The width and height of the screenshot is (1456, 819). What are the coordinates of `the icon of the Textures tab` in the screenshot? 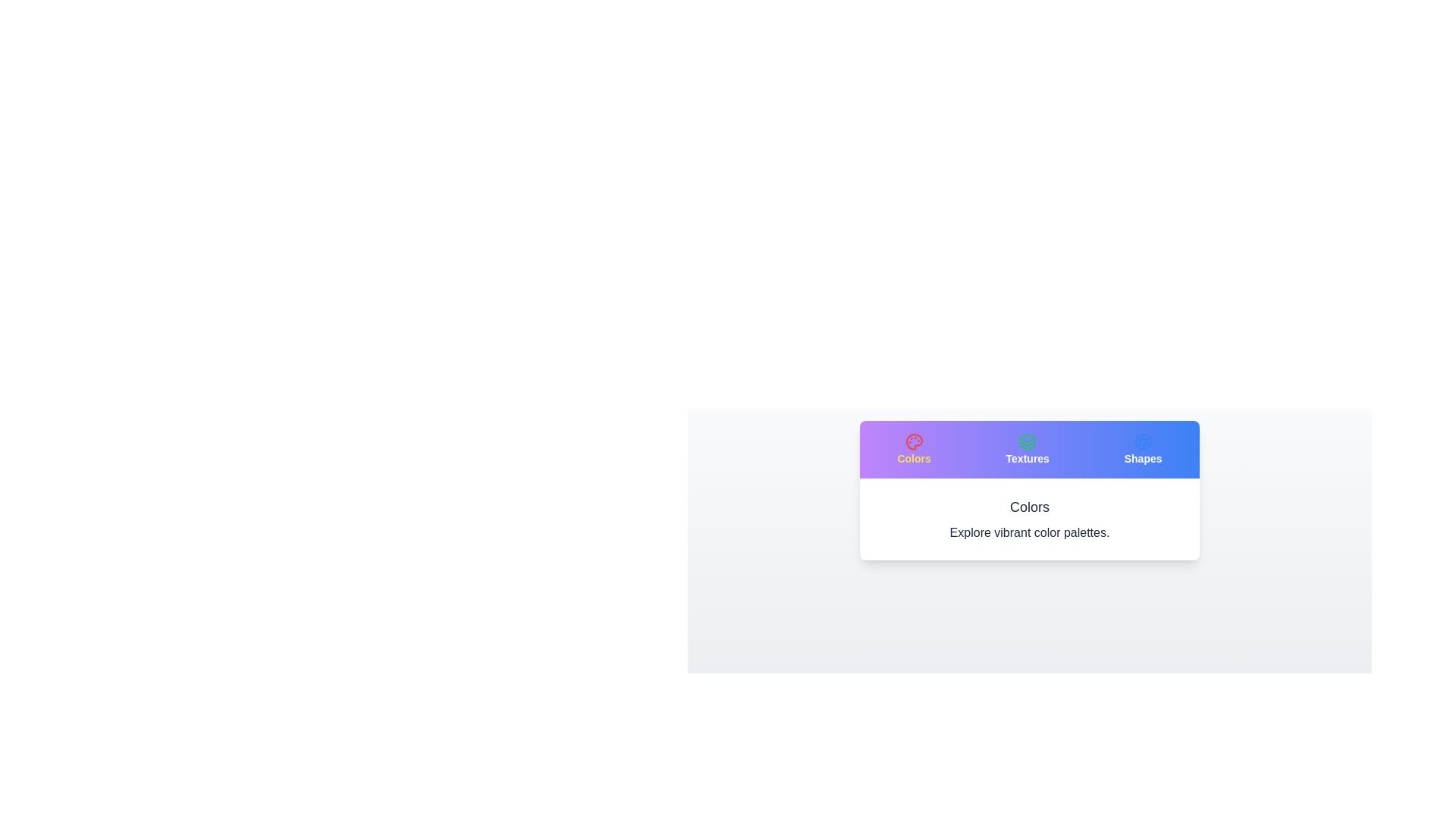 It's located at (1028, 449).